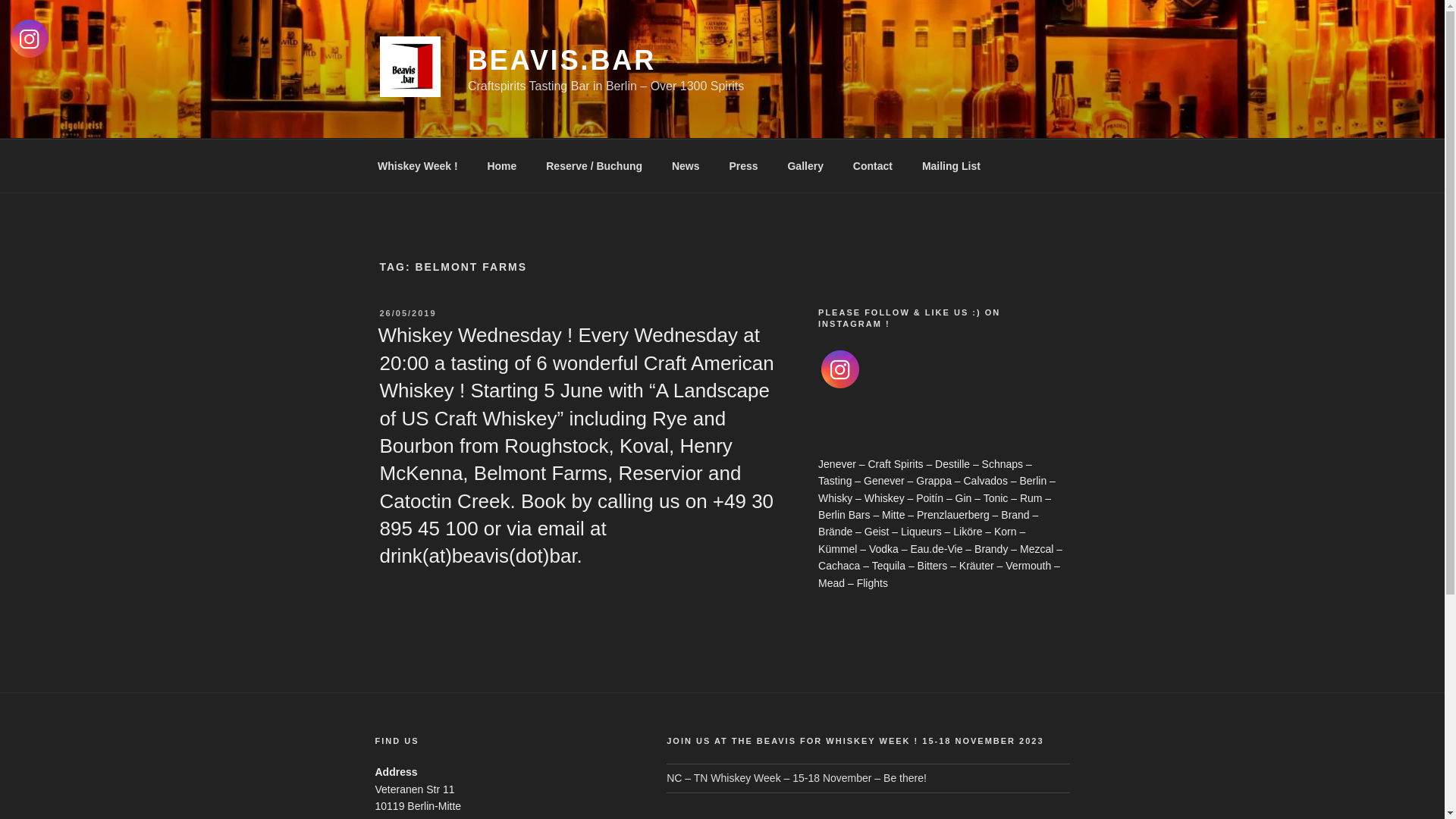 The height and width of the screenshot is (819, 1456). Describe the element at coordinates (804, 165) in the screenshot. I see `'Gallery'` at that location.